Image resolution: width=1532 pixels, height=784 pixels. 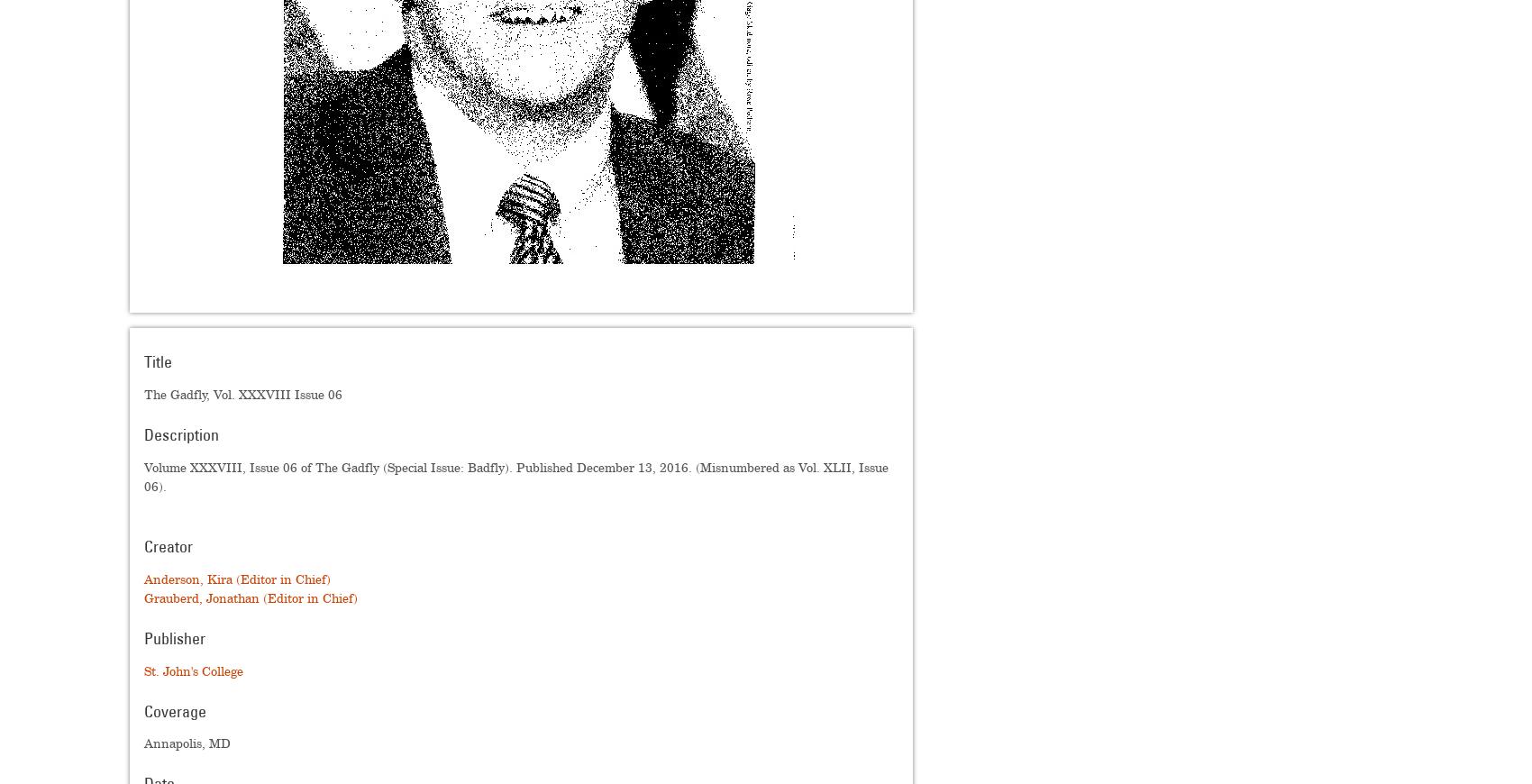 I want to click on 'Publisher', so click(x=173, y=640).